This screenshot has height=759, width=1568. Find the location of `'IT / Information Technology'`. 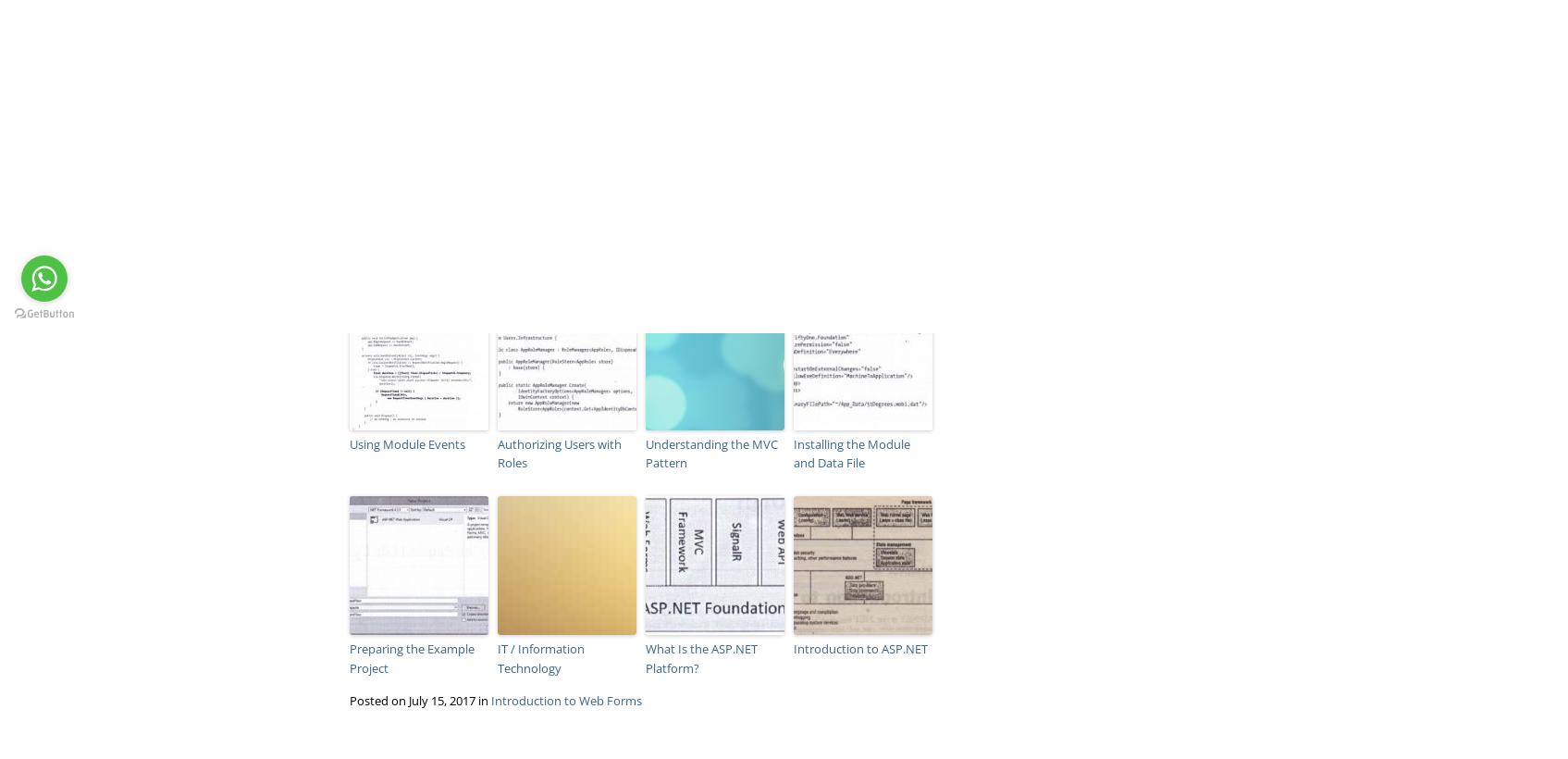

'IT / Information Technology' is located at coordinates (496, 658).